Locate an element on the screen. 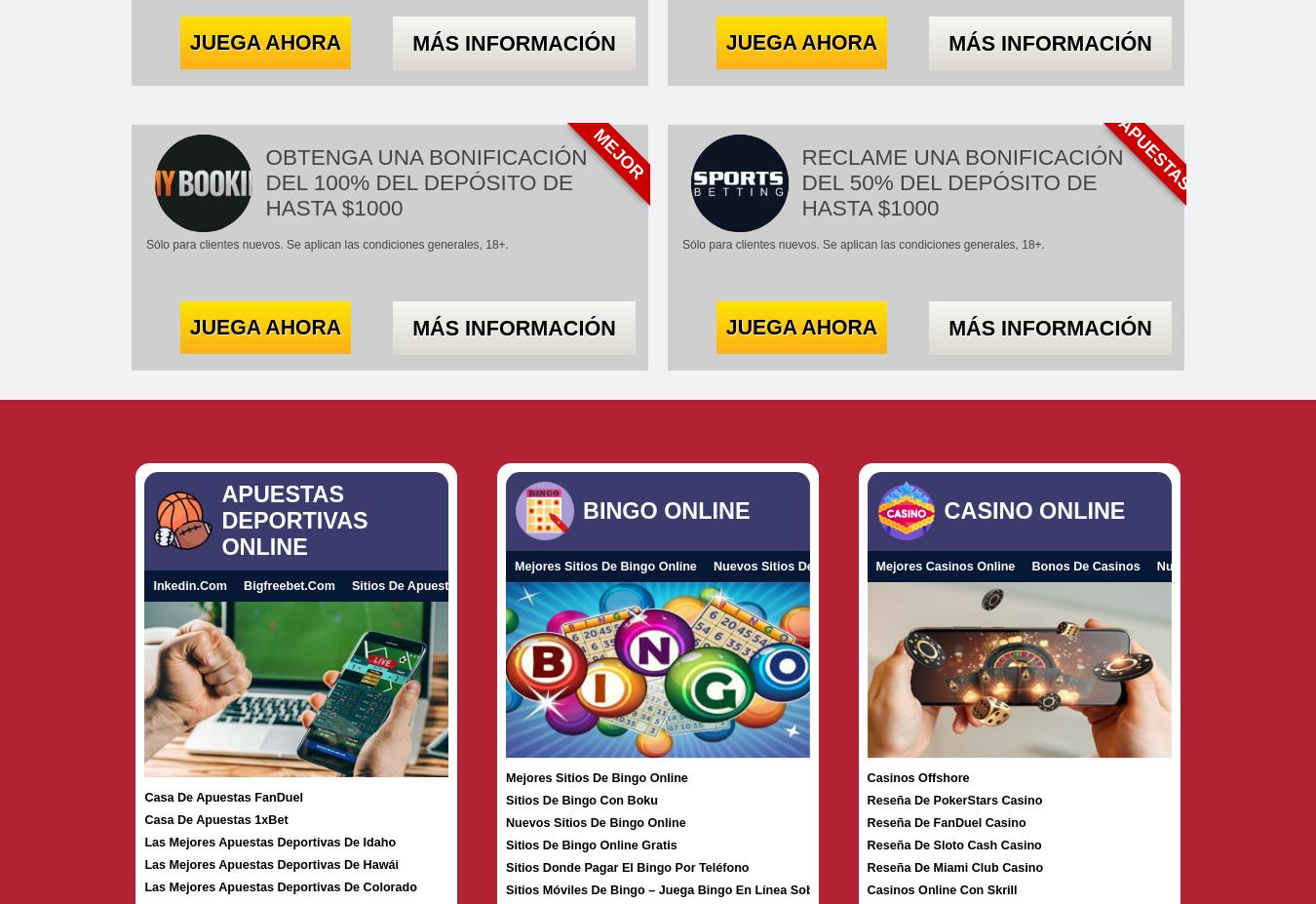 This screenshot has height=904, width=1316. 'Reseña De Sloto Cash Casino' is located at coordinates (952, 845).